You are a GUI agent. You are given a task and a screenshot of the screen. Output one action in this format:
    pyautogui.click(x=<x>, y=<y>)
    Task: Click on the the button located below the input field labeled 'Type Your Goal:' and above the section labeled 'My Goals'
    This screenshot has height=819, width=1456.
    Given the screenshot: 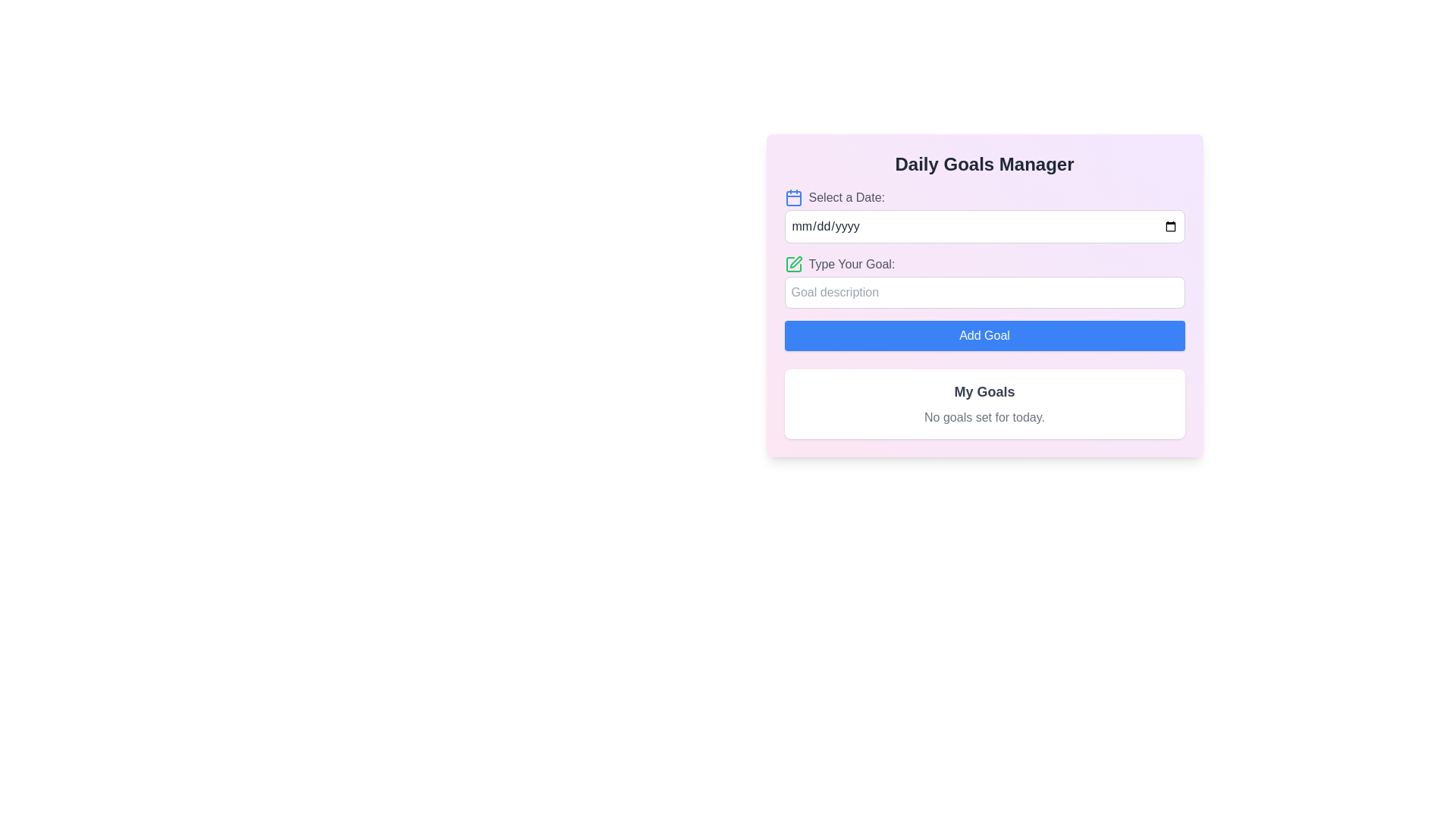 What is the action you would take?
    pyautogui.click(x=984, y=335)
    